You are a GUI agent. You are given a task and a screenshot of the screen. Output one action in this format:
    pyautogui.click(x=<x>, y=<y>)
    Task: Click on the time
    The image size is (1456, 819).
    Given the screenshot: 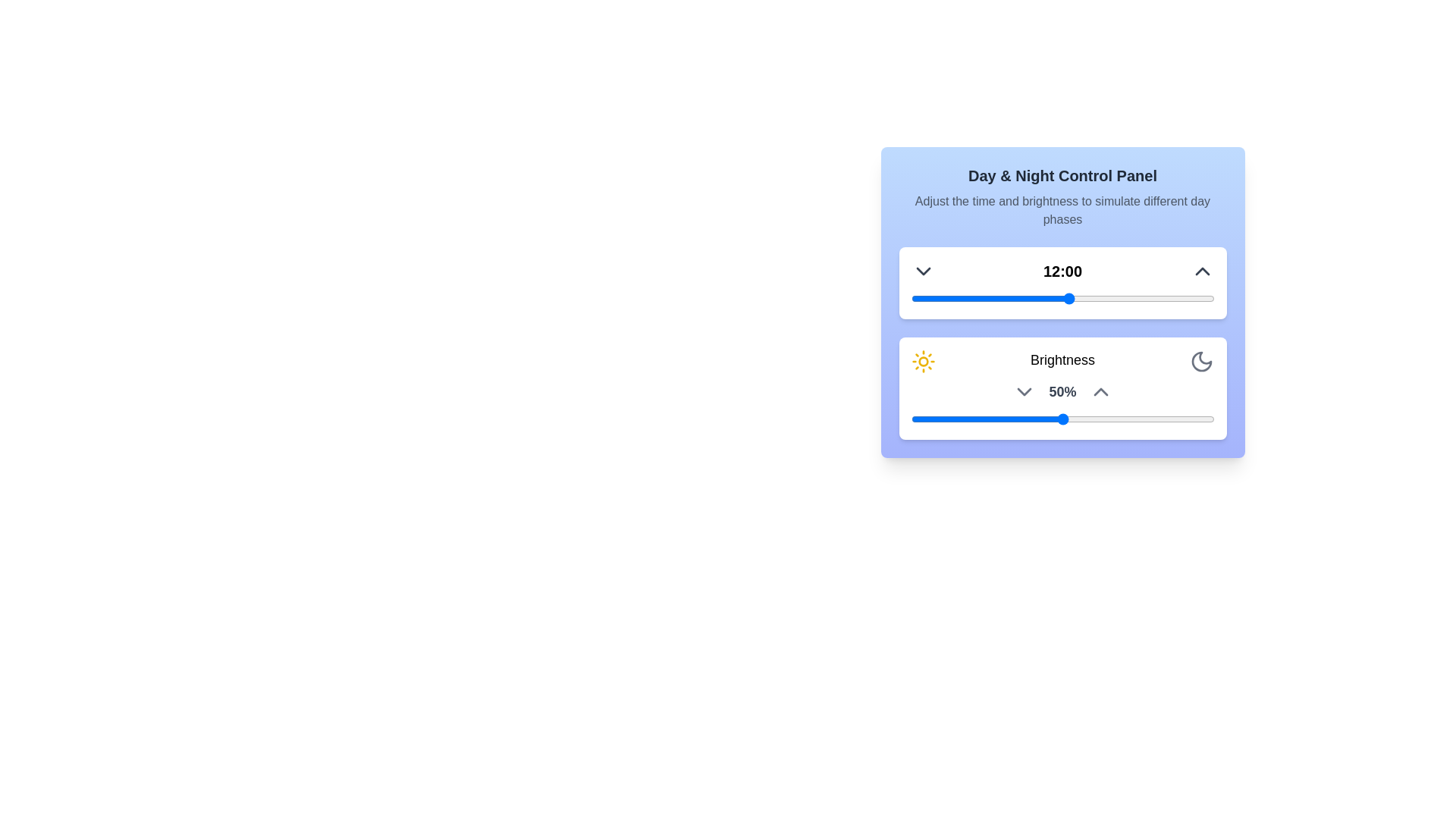 What is the action you would take?
    pyautogui.click(x=1135, y=298)
    